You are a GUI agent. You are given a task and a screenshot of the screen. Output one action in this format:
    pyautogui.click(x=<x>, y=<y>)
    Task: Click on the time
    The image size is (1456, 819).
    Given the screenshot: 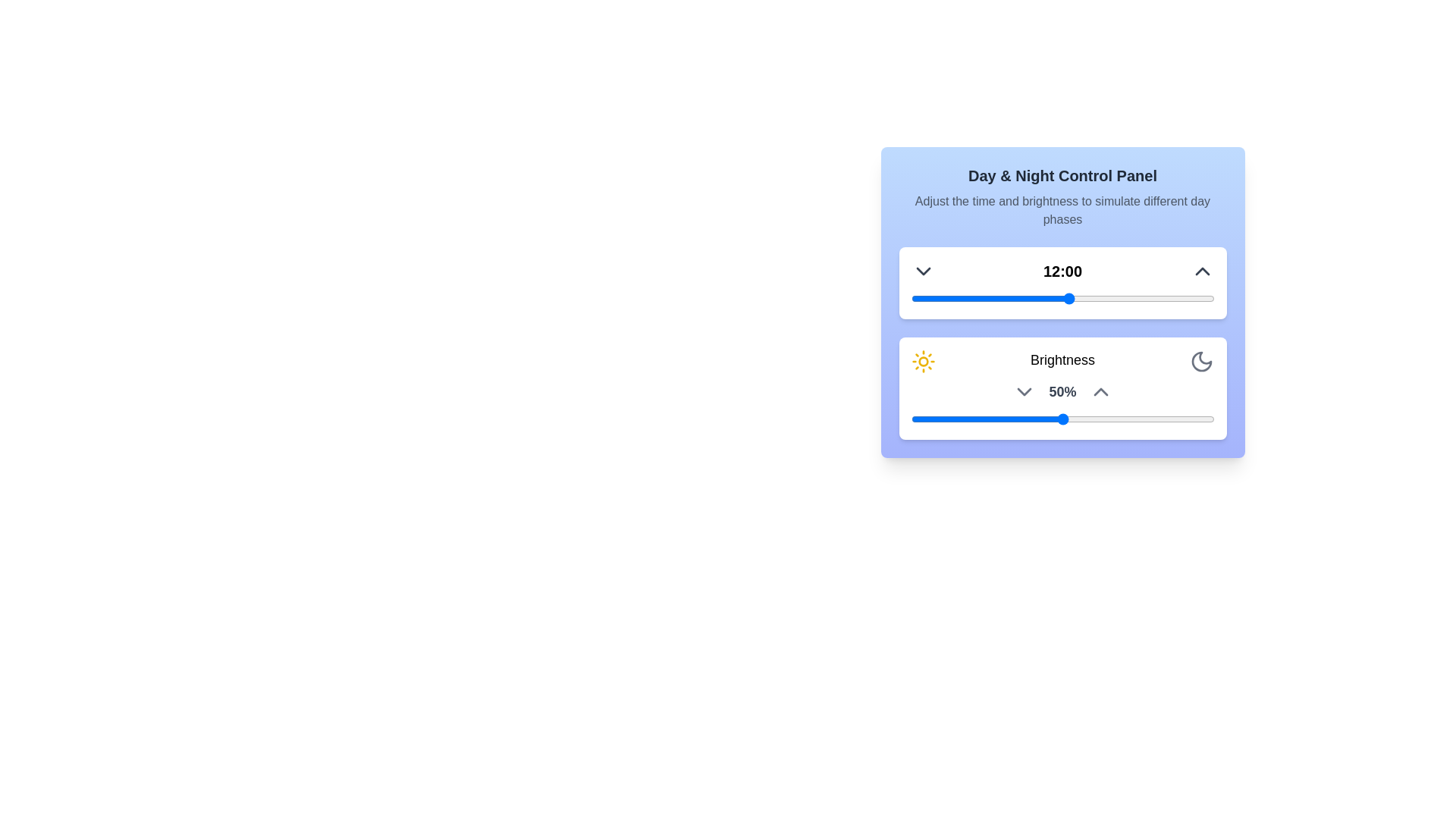 What is the action you would take?
    pyautogui.click(x=1135, y=298)
    